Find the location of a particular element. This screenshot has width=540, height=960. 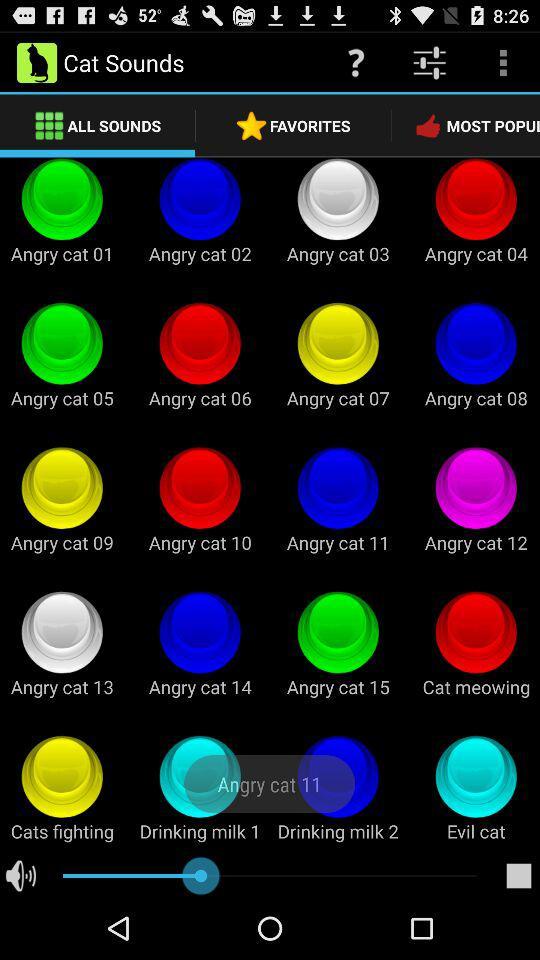

the volume icon is located at coordinates (20, 937).